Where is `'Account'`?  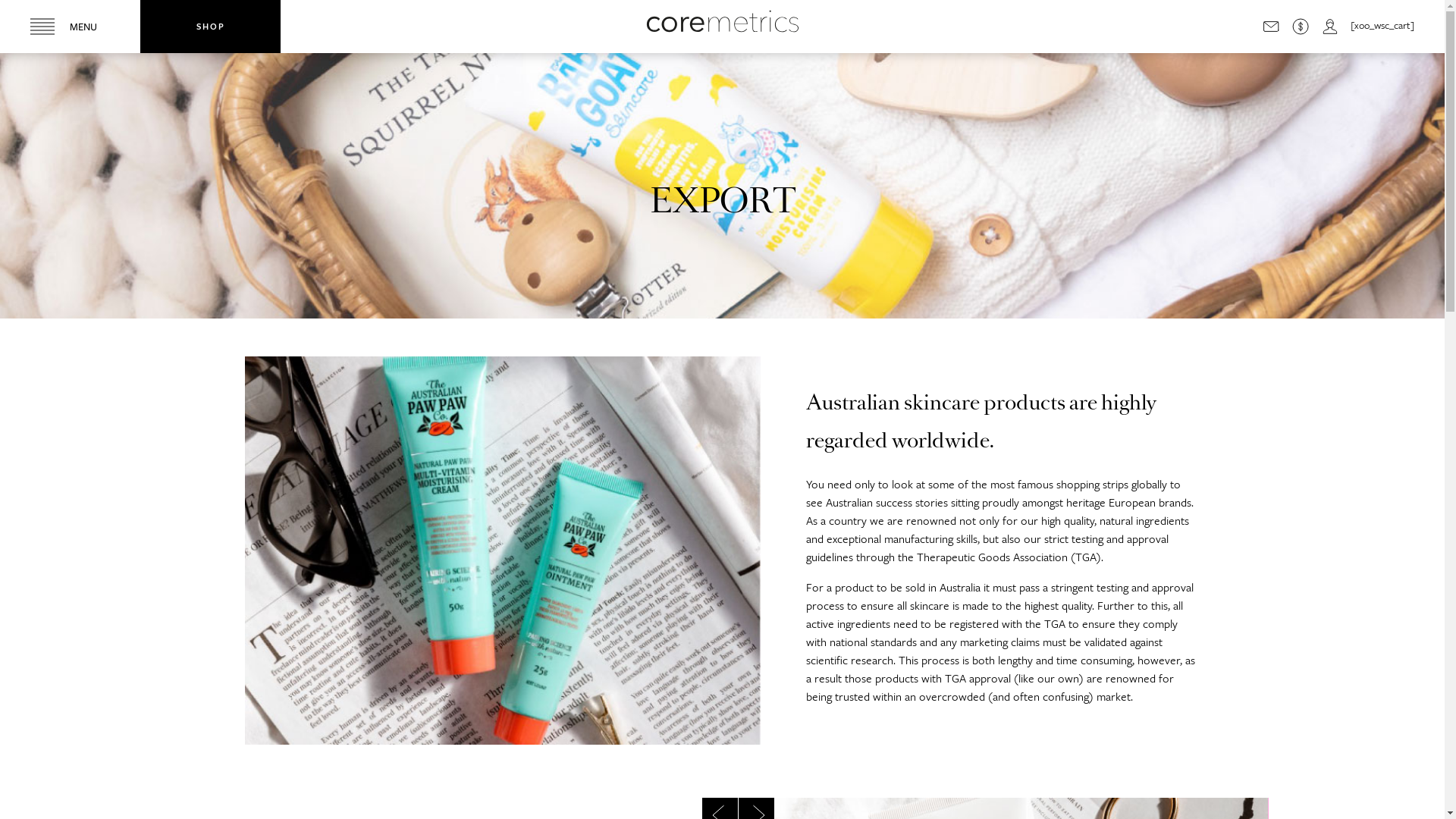
'Account' is located at coordinates (1329, 26).